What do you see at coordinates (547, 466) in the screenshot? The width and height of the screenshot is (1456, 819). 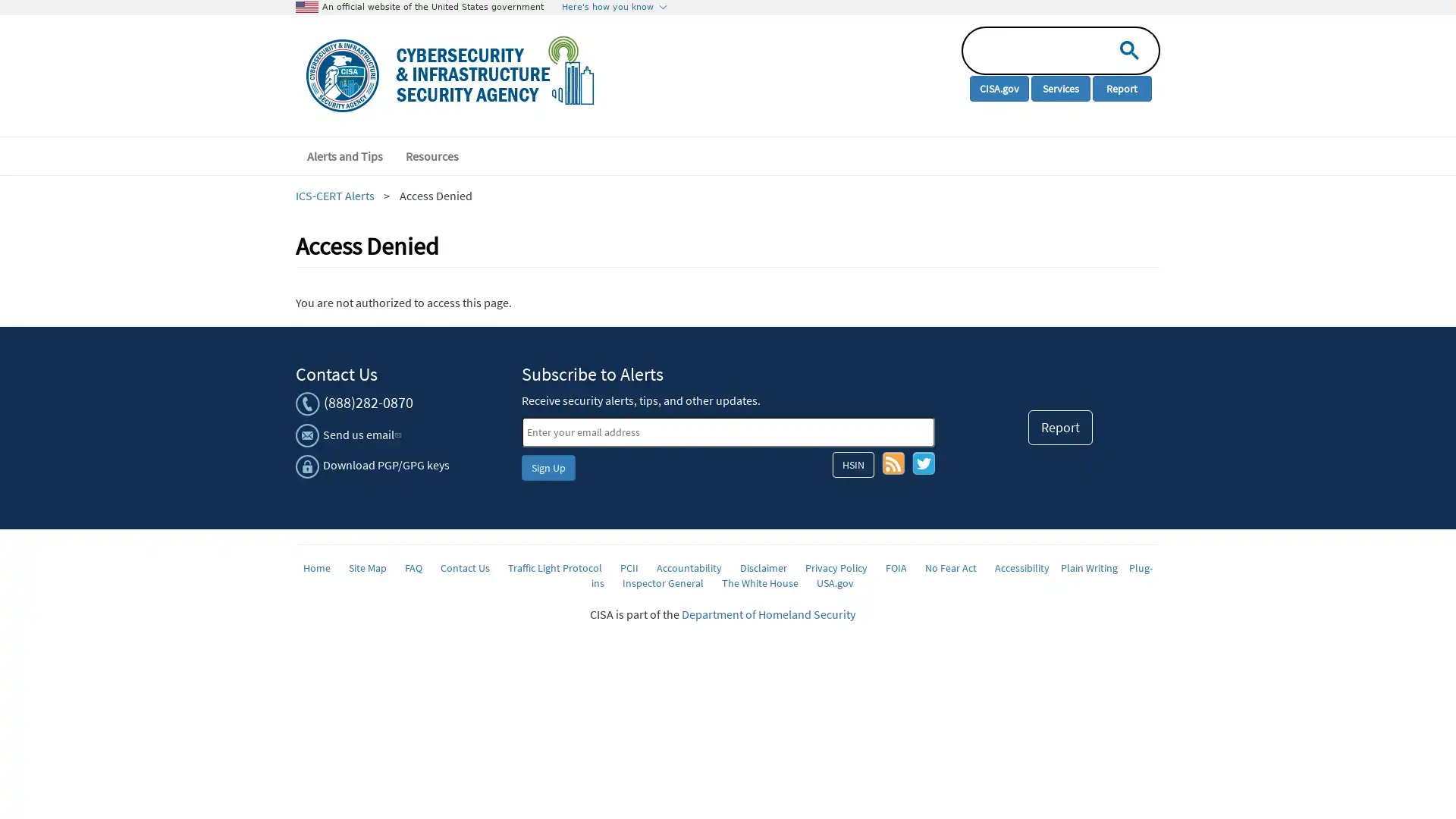 I see `Sign Up` at bounding box center [547, 466].